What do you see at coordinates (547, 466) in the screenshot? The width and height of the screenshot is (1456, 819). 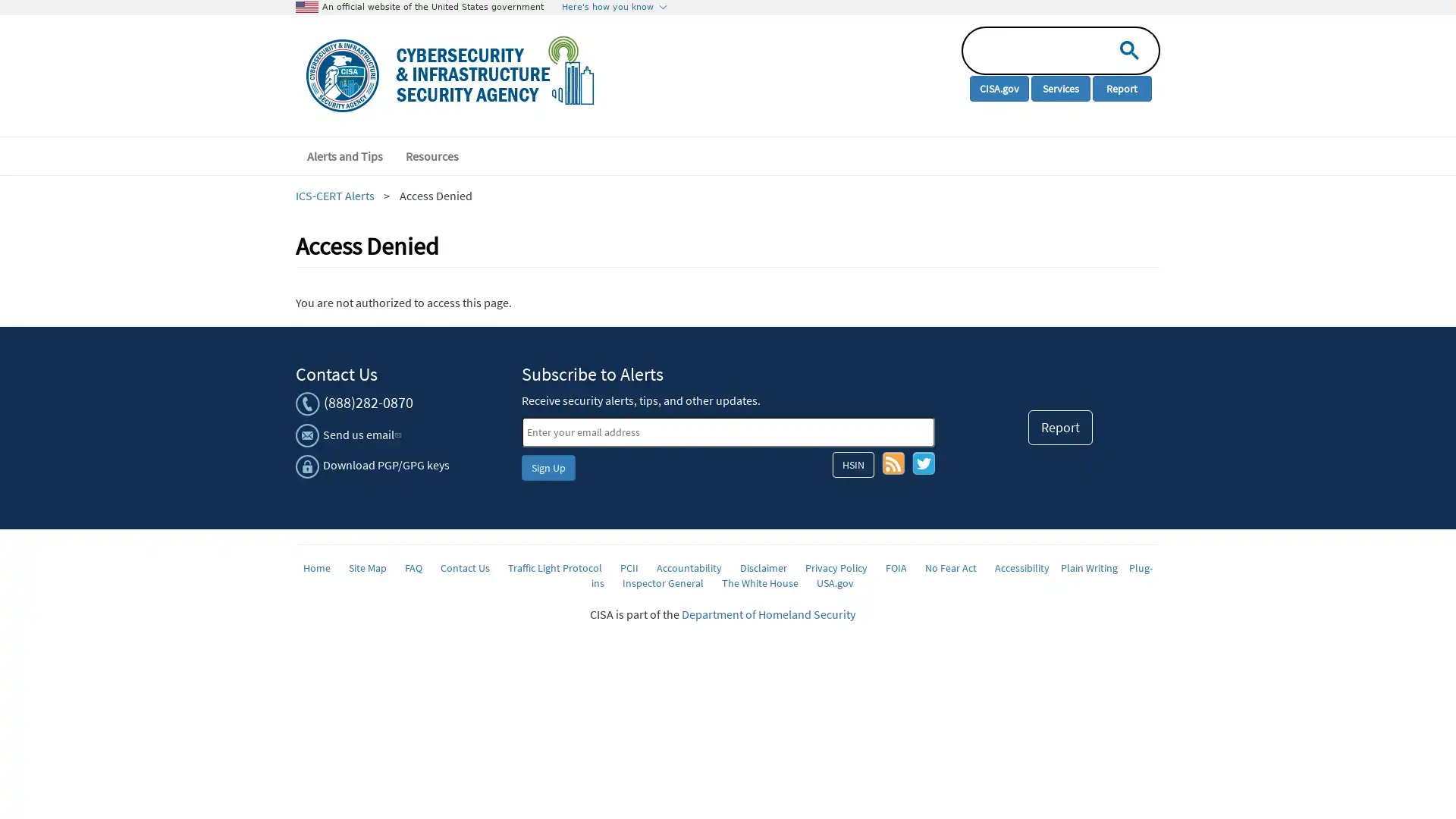 I see `Sign Up` at bounding box center [547, 466].